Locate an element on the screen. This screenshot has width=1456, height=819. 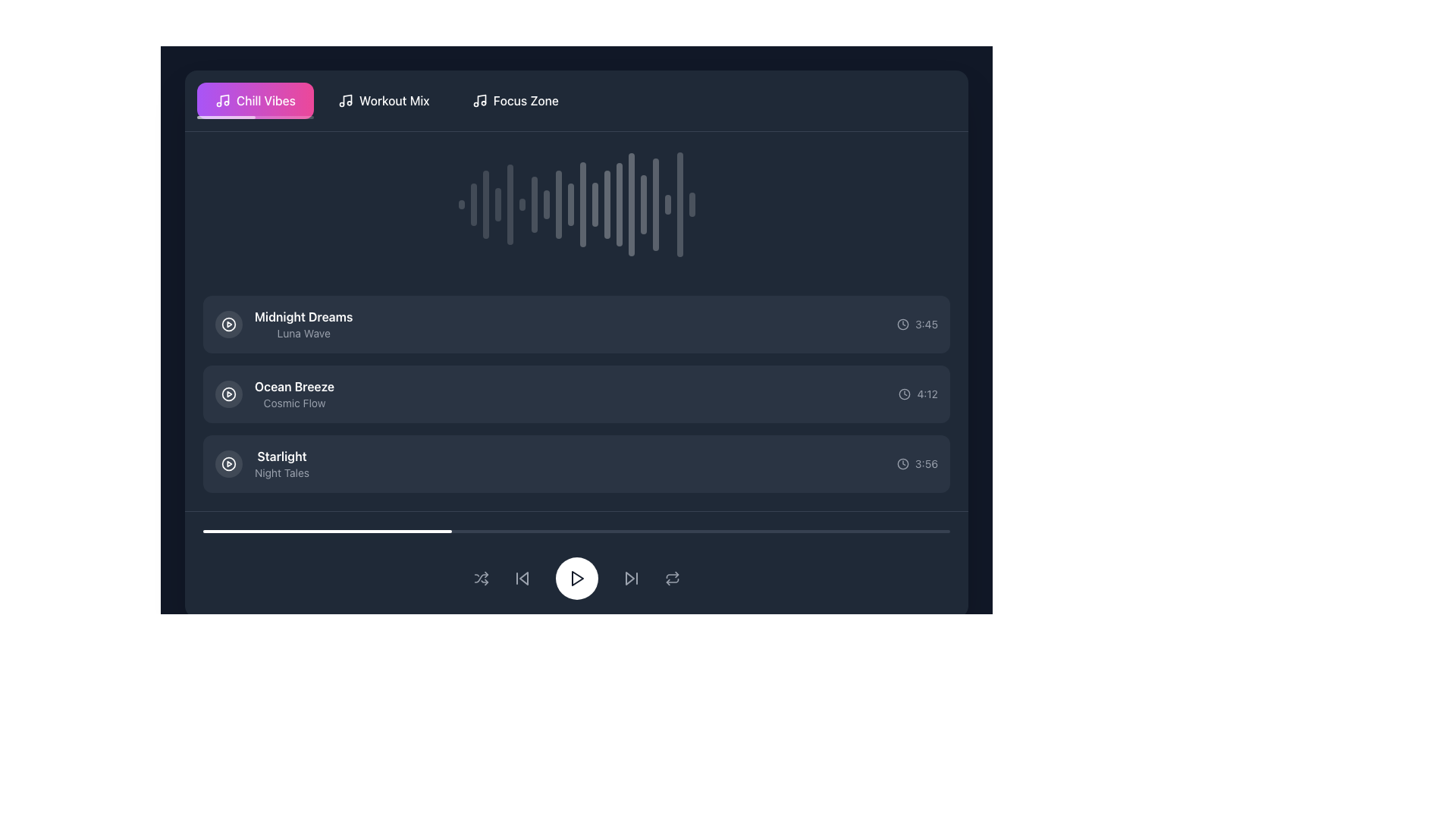
the 18th vertical bar in the waveform display representing audio amplitude or frequency is located at coordinates (667, 205).